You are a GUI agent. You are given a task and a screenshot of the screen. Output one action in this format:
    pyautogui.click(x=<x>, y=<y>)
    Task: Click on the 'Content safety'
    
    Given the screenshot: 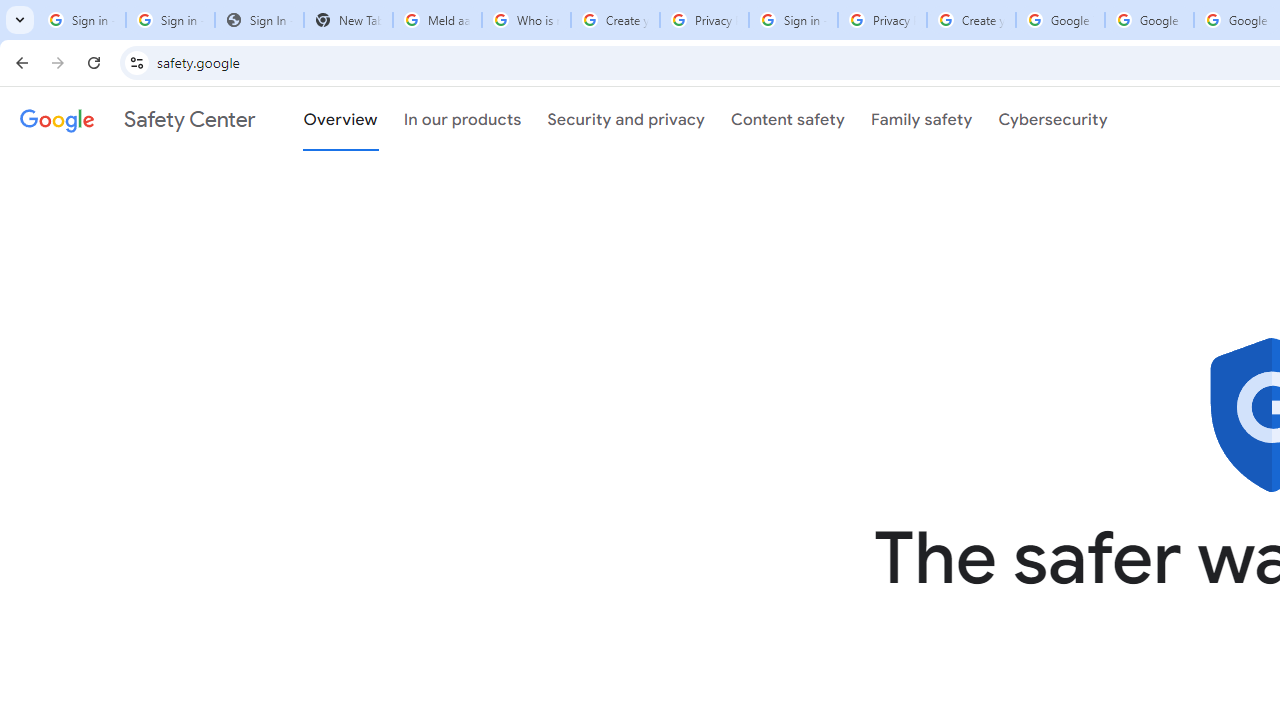 What is the action you would take?
    pyautogui.click(x=786, y=119)
    